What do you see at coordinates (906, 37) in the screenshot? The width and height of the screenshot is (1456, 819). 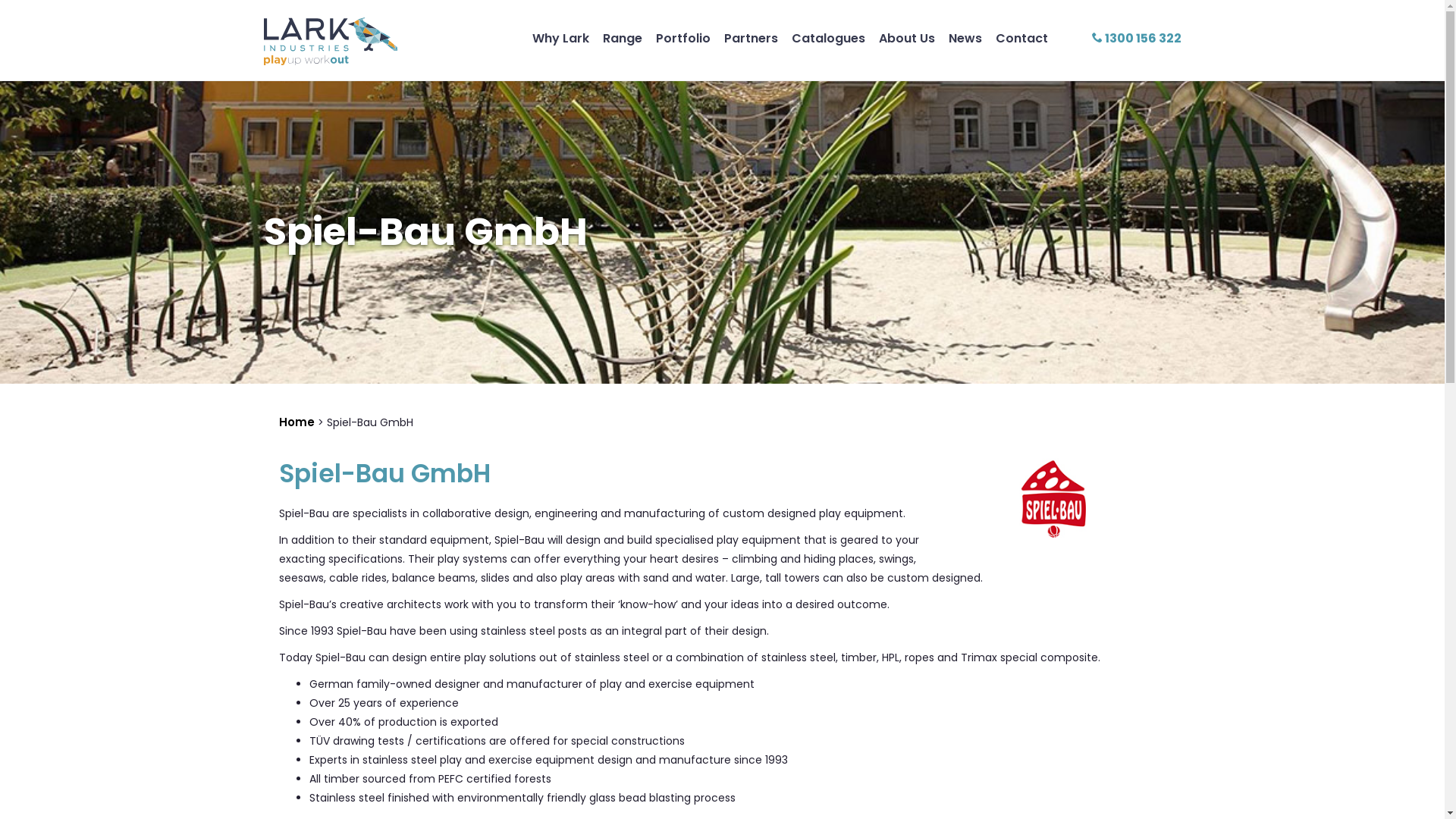 I see `'About Us'` at bounding box center [906, 37].